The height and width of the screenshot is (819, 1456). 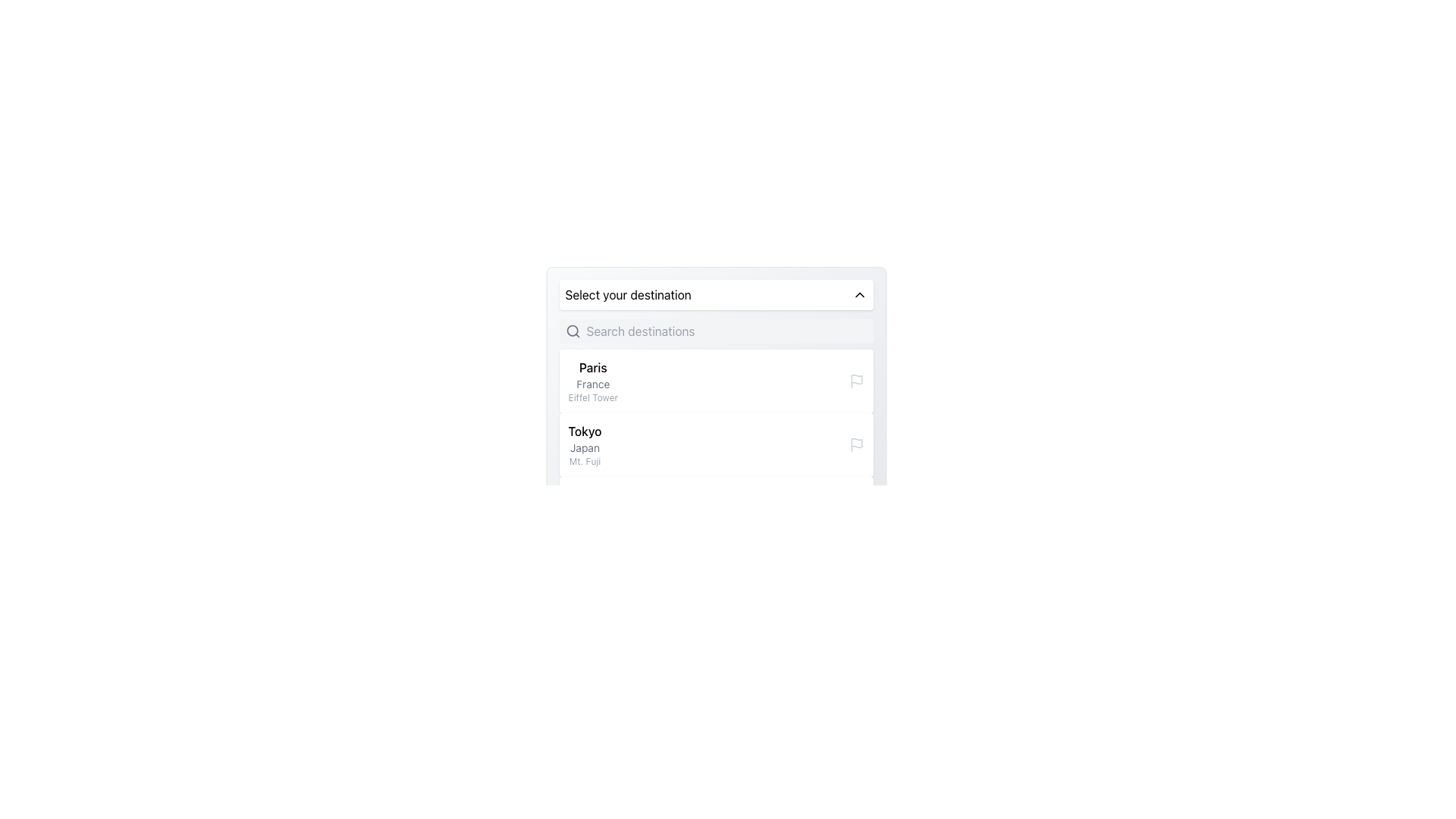 What do you see at coordinates (628, 295) in the screenshot?
I see `the Text Label that indicates the purpose of the dropdown selector, which is positioned left of an arrow icon at the top section of the dropdown` at bounding box center [628, 295].